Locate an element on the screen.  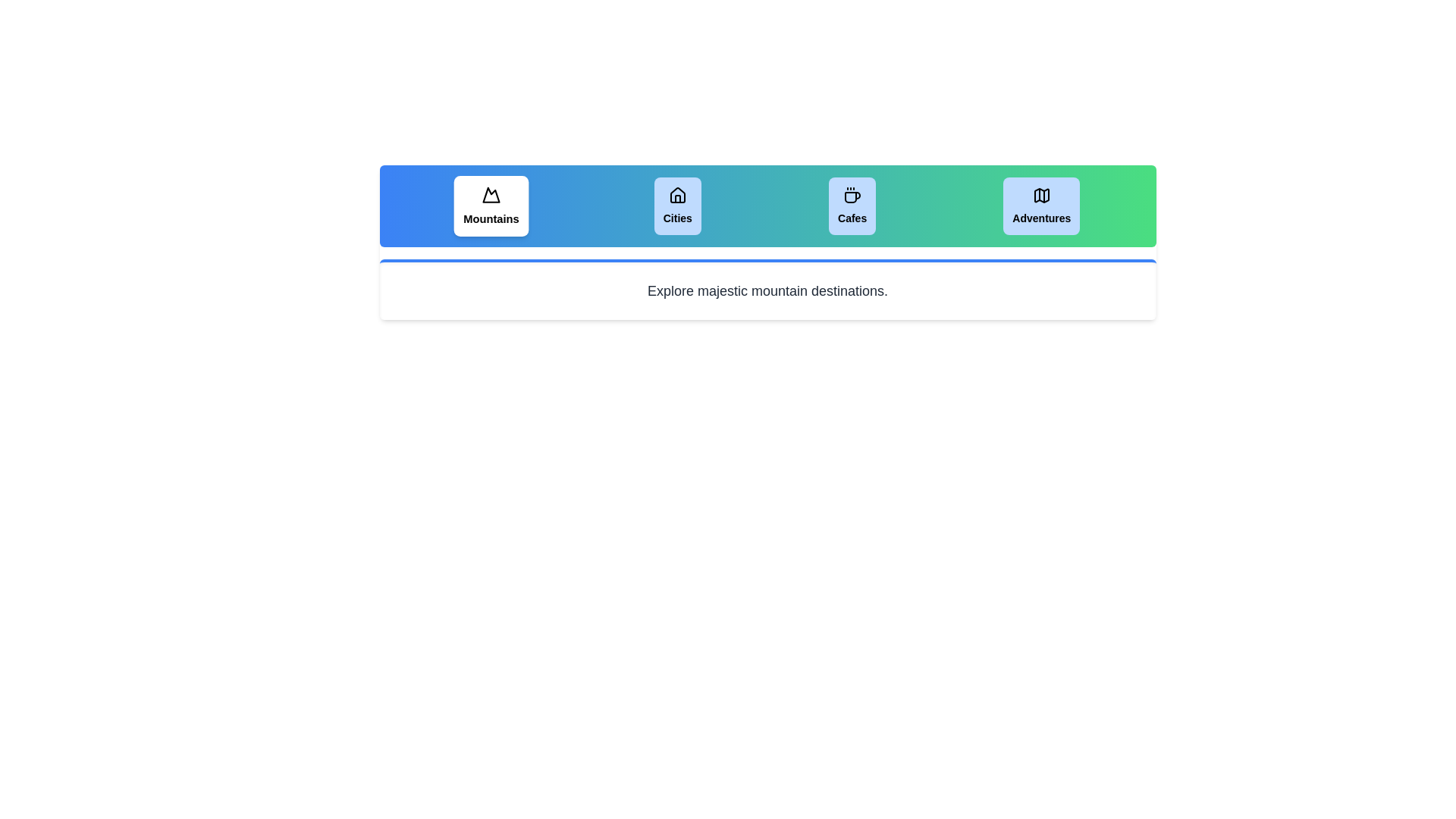
the tab labeled Mountains to view its content is located at coordinates (491, 206).